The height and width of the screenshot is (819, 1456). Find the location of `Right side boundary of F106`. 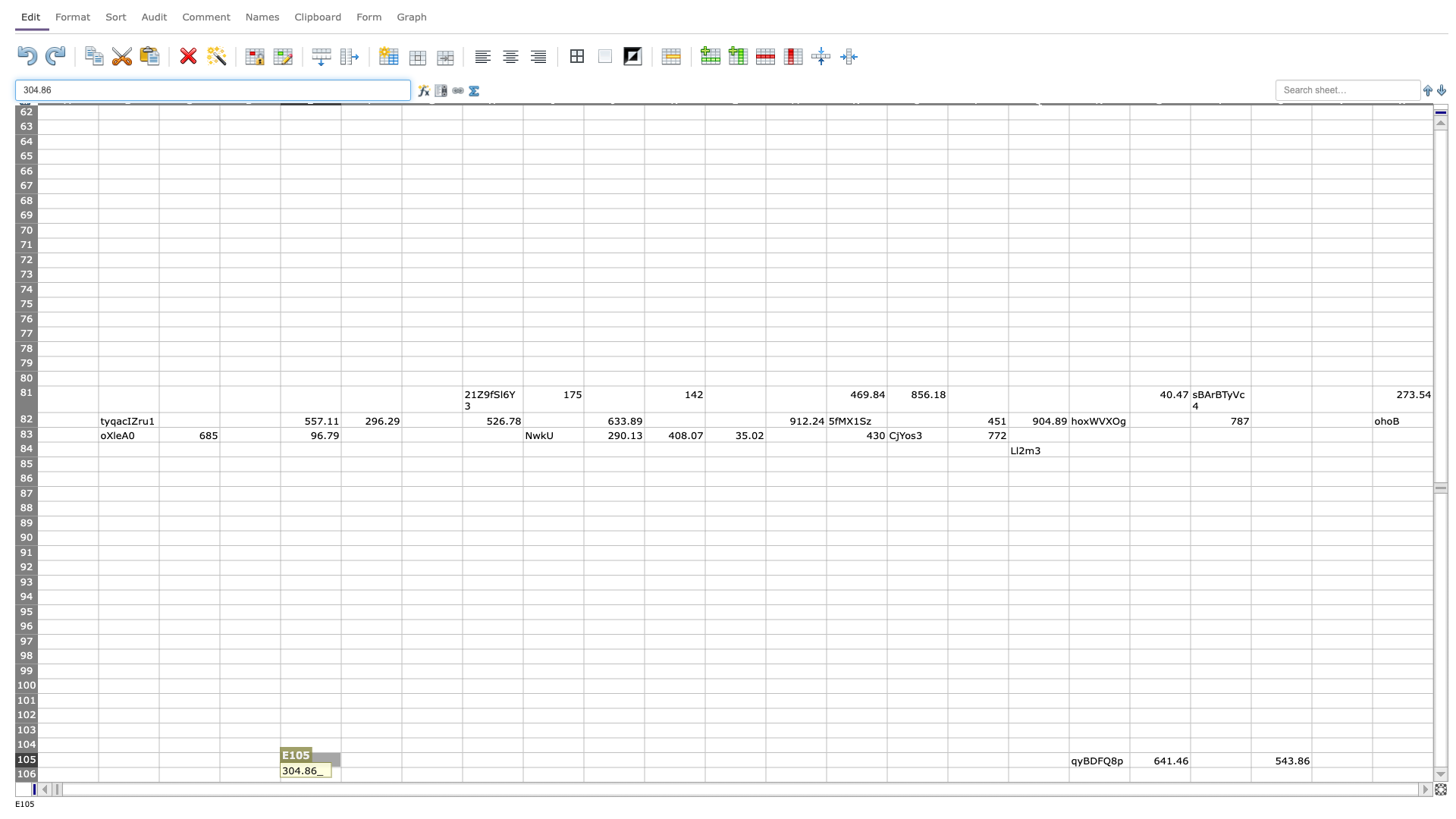

Right side boundary of F106 is located at coordinates (401, 774).